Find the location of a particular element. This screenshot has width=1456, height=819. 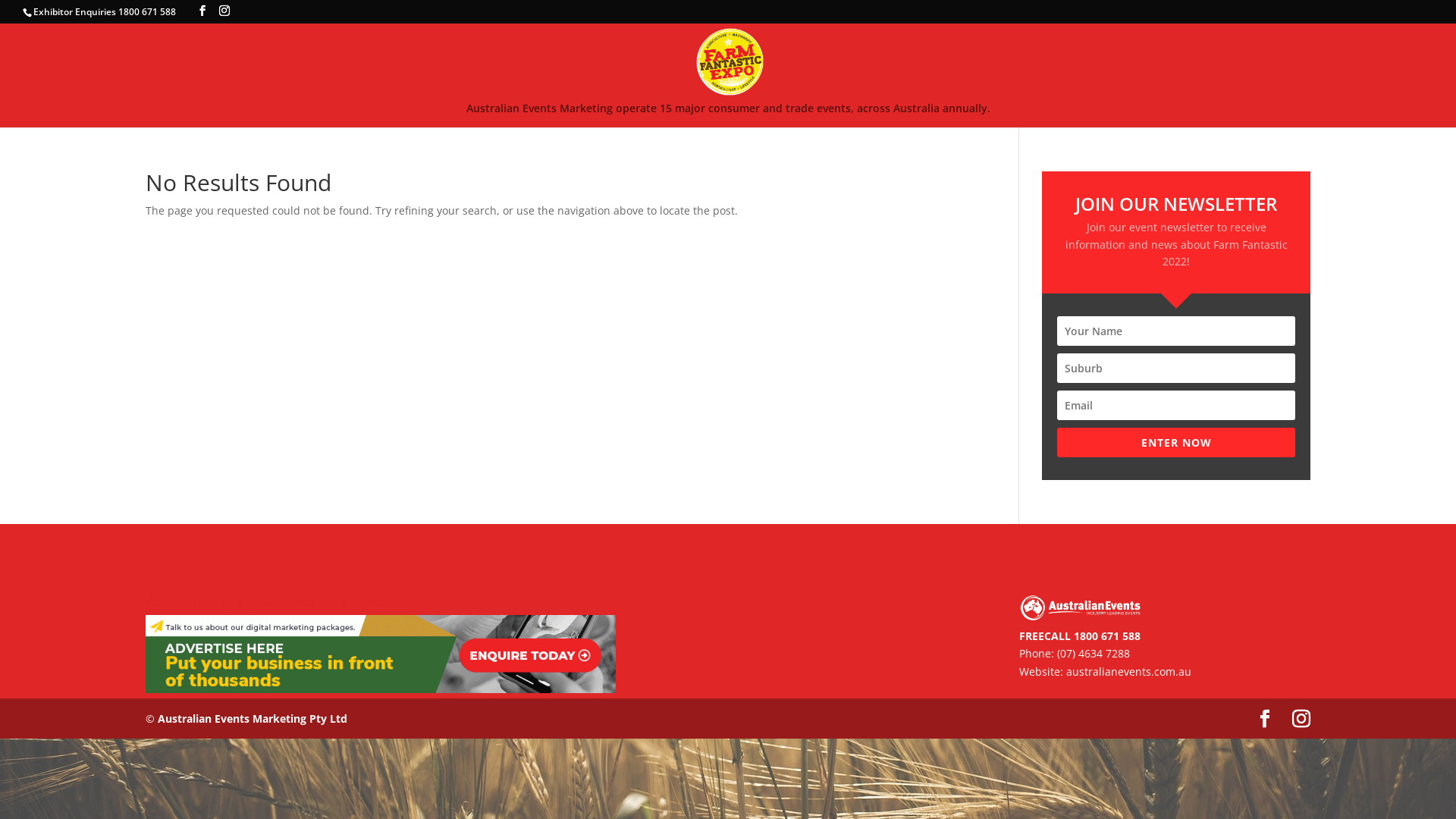

'Australian Events Marketing Pty Ltd' is located at coordinates (252, 717).